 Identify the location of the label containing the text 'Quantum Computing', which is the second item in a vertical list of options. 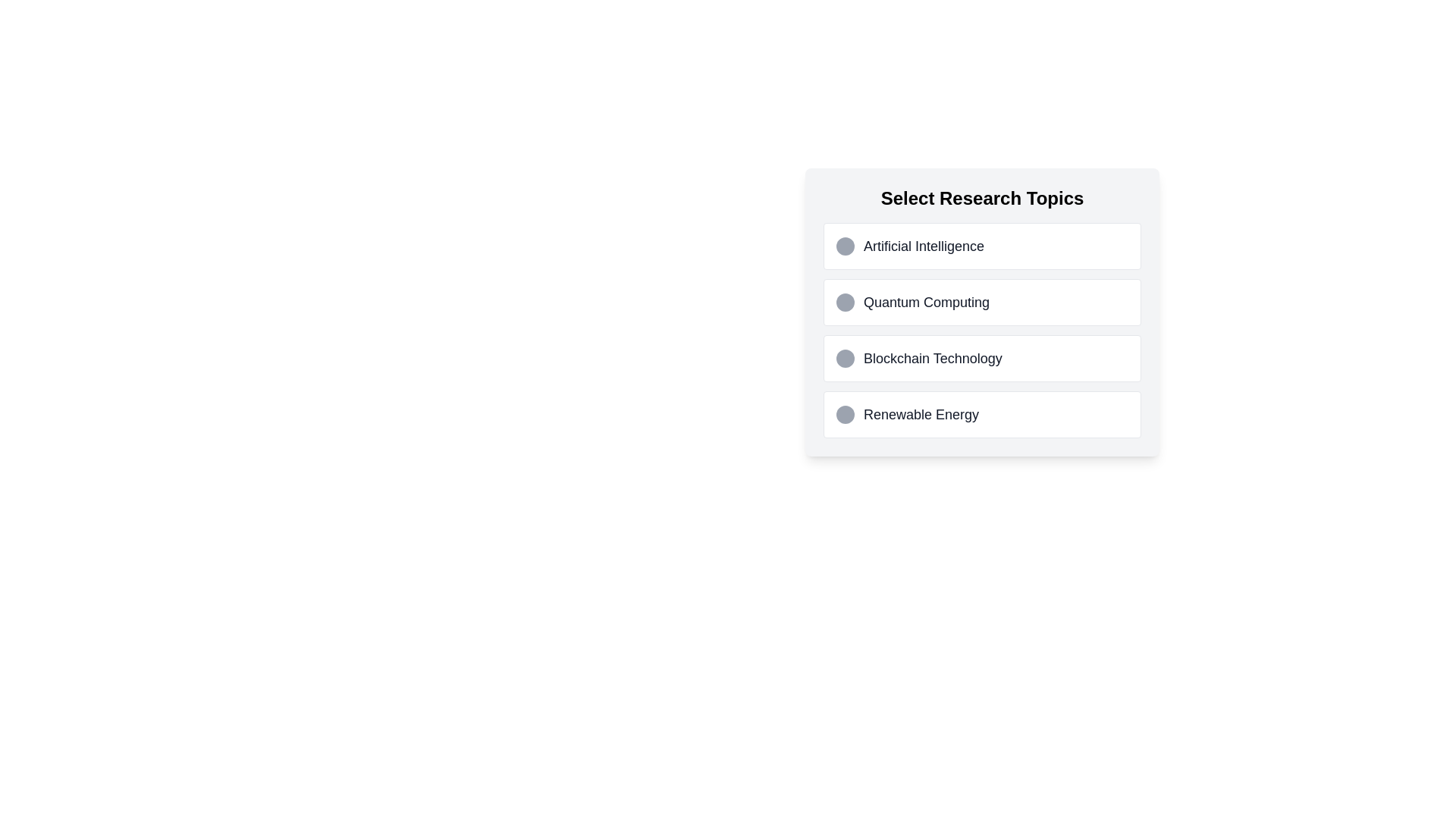
(982, 302).